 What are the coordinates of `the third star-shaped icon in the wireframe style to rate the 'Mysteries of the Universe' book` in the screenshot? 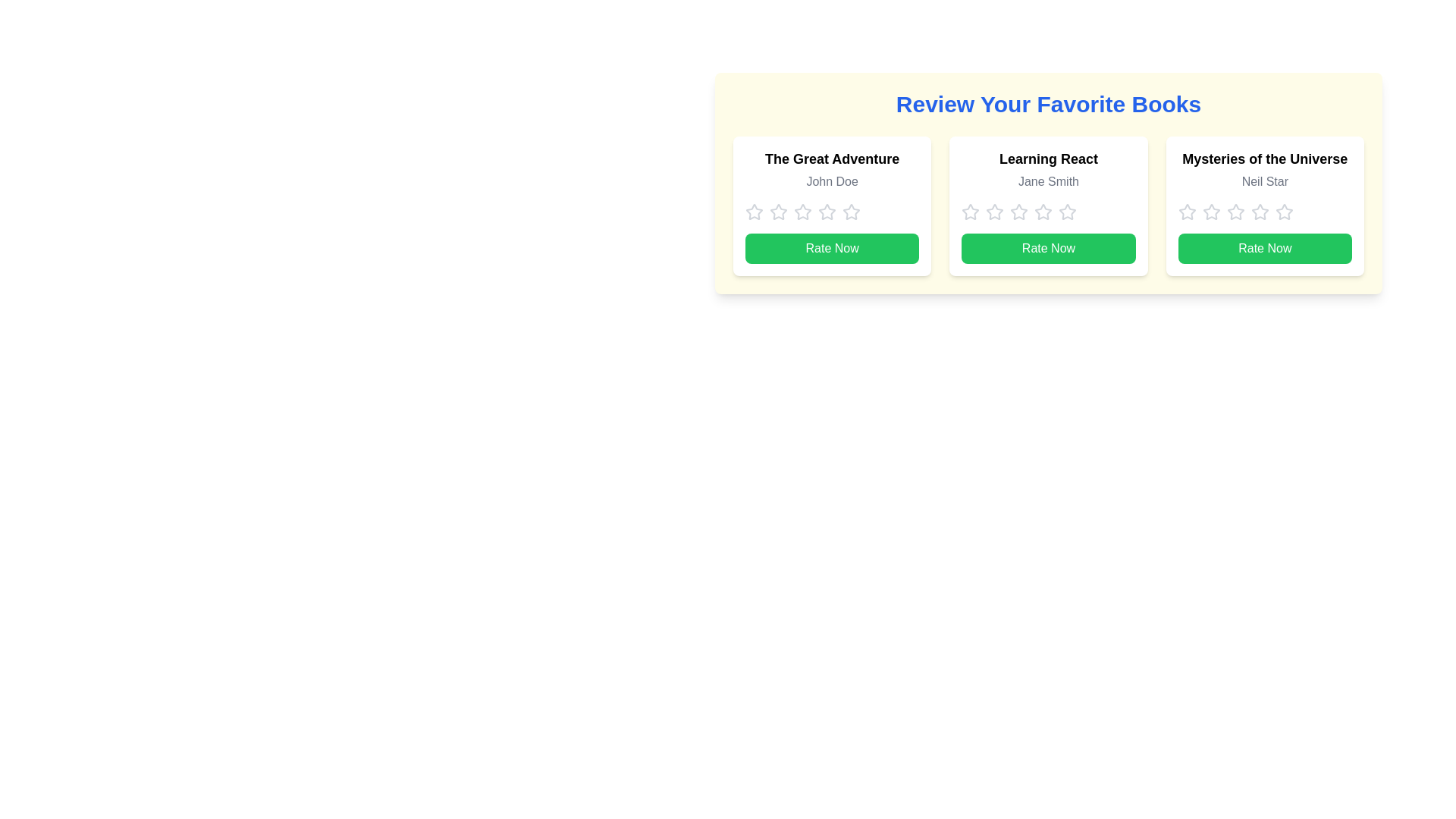 It's located at (1235, 212).